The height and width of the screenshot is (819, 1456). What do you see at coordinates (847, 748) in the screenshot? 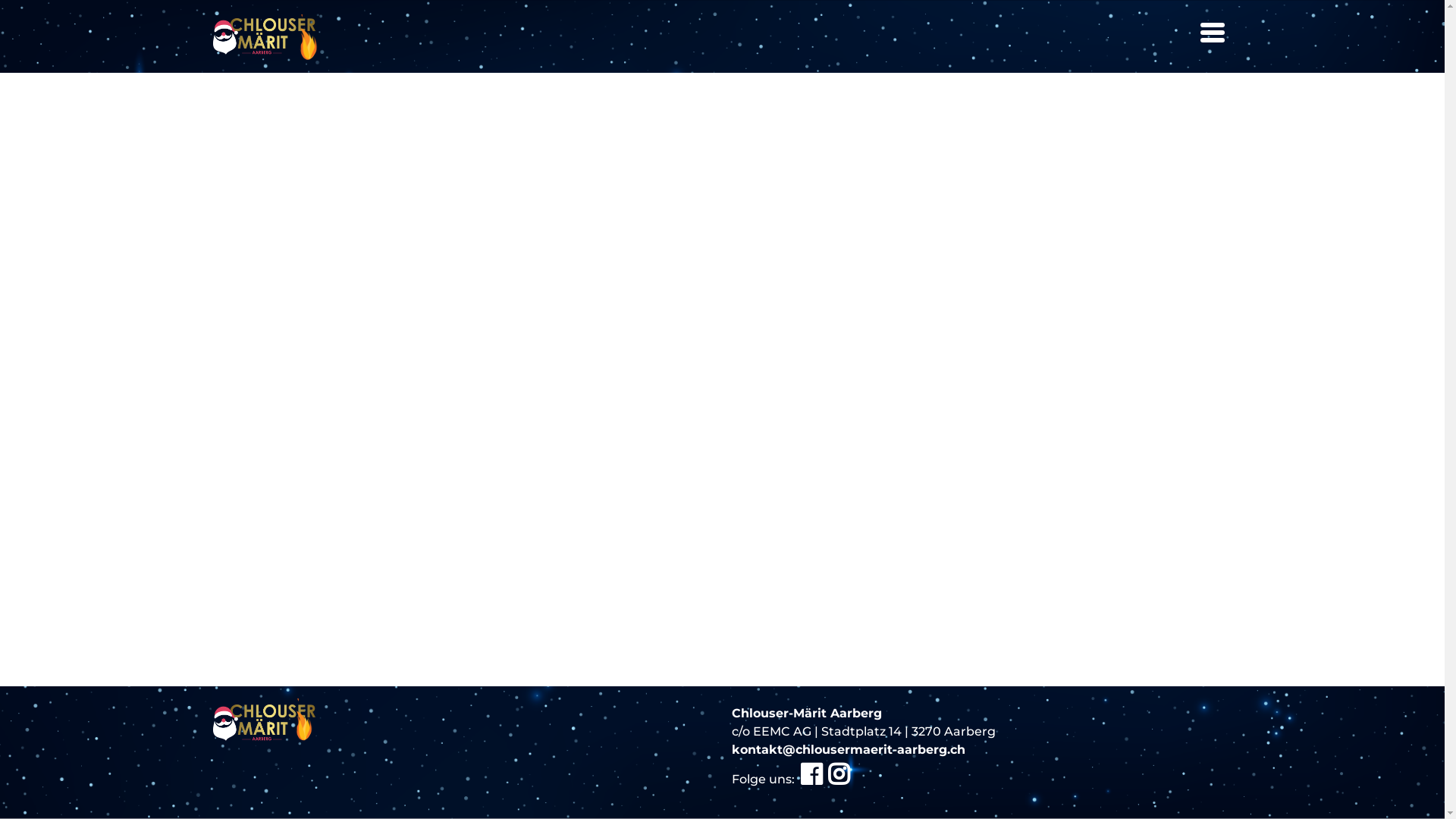
I see `'kontakt@chlousermaerit-aarberg.ch'` at bounding box center [847, 748].